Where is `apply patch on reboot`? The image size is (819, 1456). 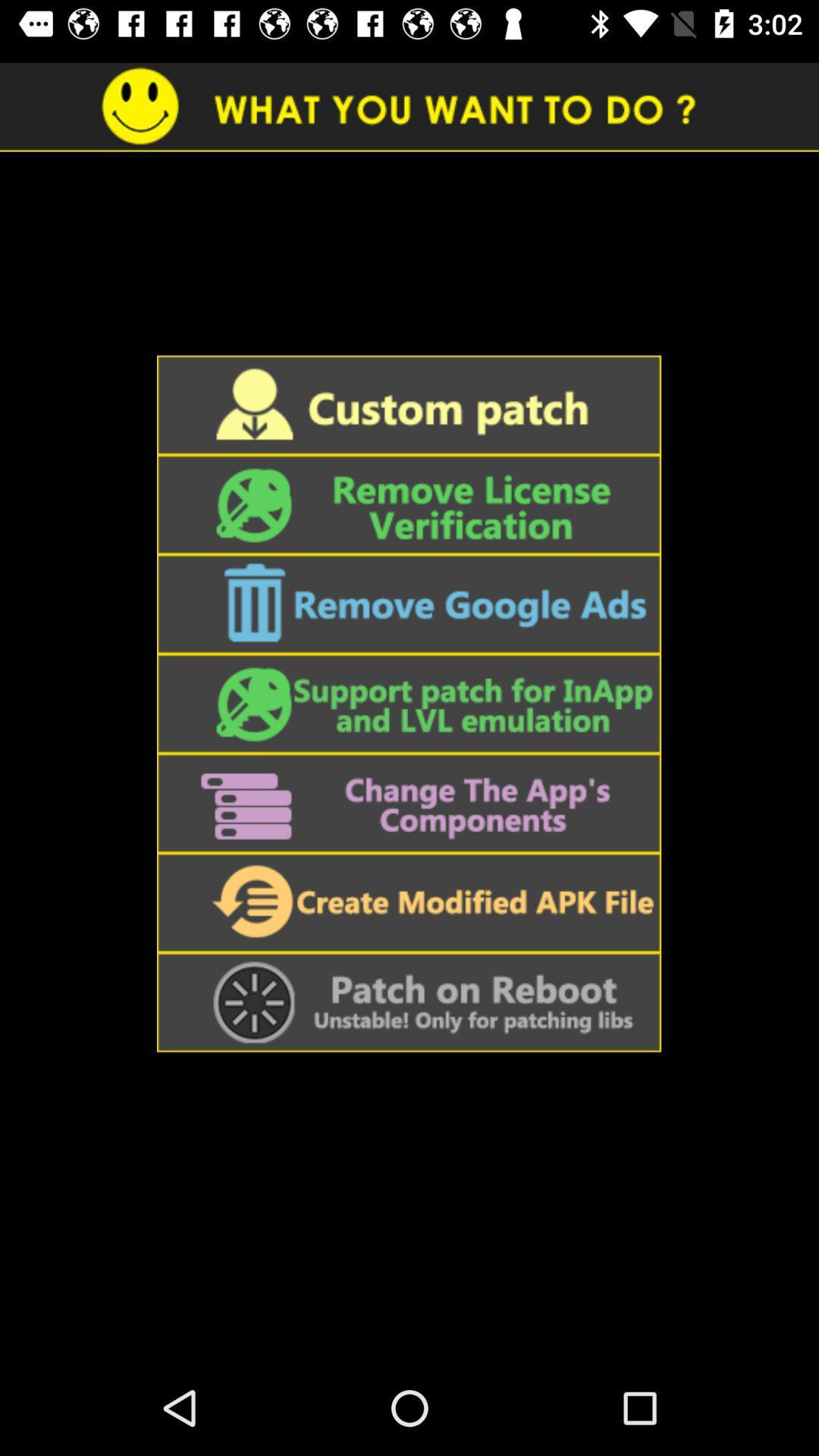 apply patch on reboot is located at coordinates (408, 1002).